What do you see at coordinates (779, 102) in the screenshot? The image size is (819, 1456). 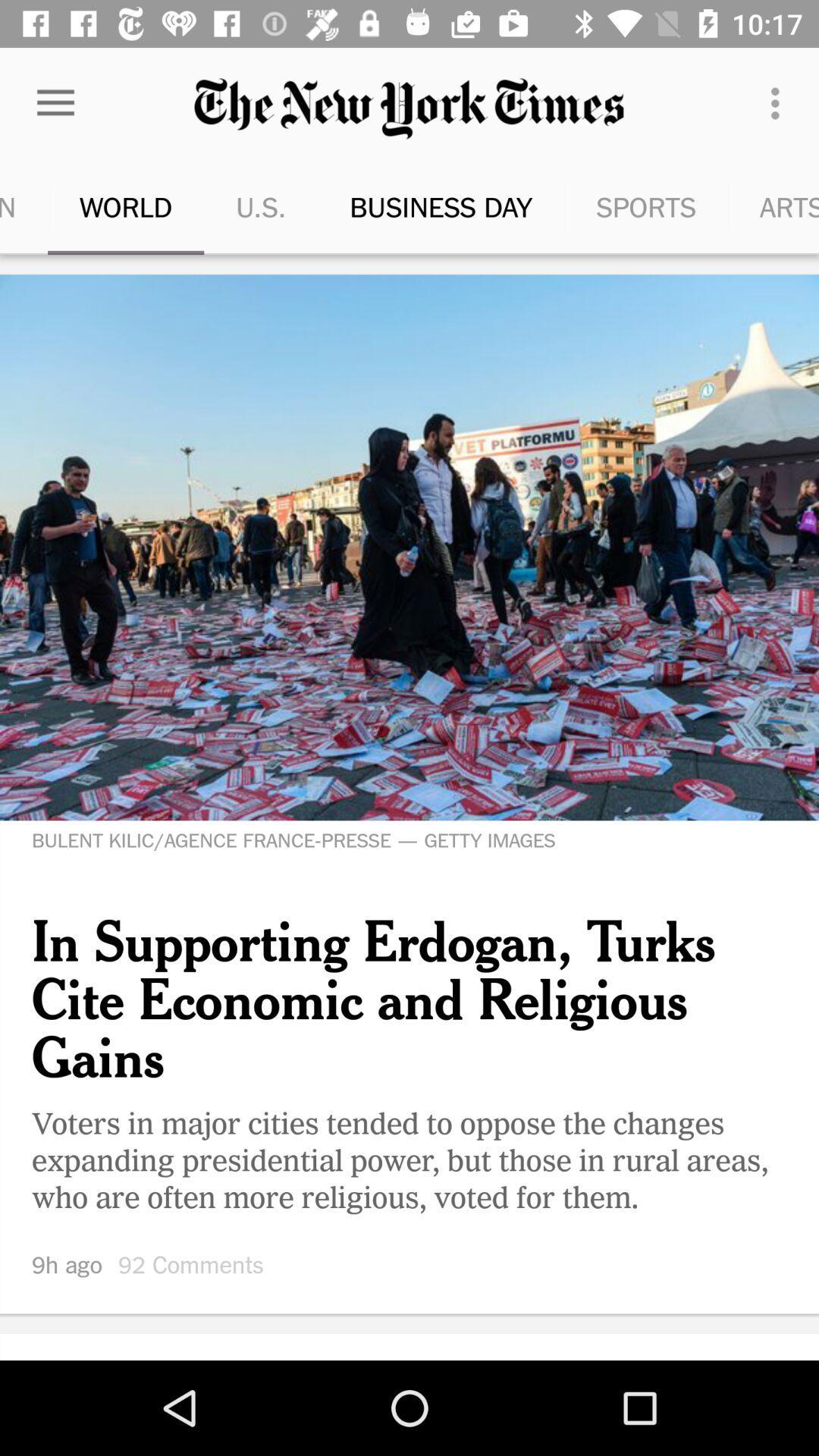 I see `the item next to the sports icon` at bounding box center [779, 102].